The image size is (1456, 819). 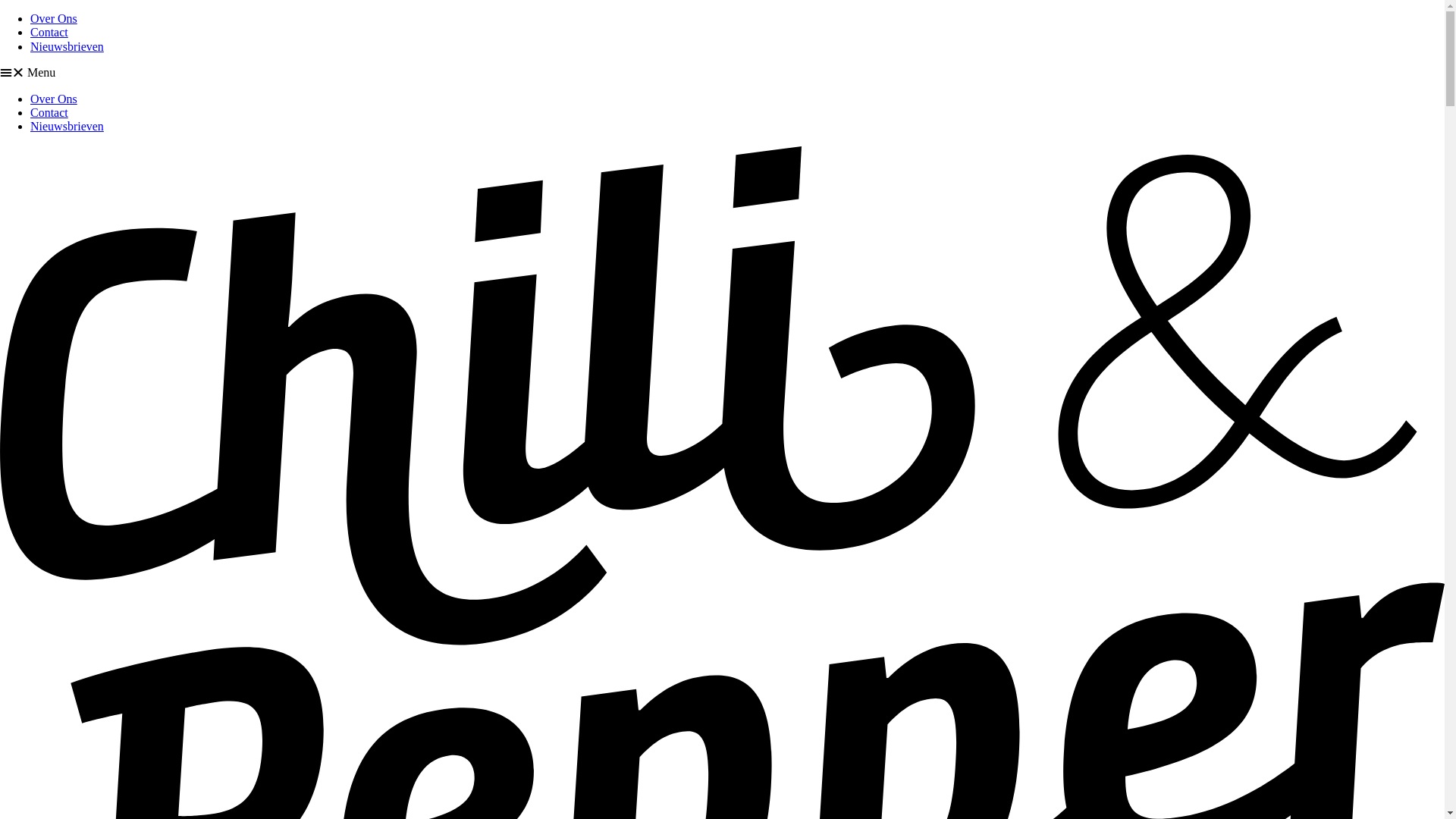 What do you see at coordinates (66, 125) in the screenshot?
I see `'Nieuwsbrieven'` at bounding box center [66, 125].